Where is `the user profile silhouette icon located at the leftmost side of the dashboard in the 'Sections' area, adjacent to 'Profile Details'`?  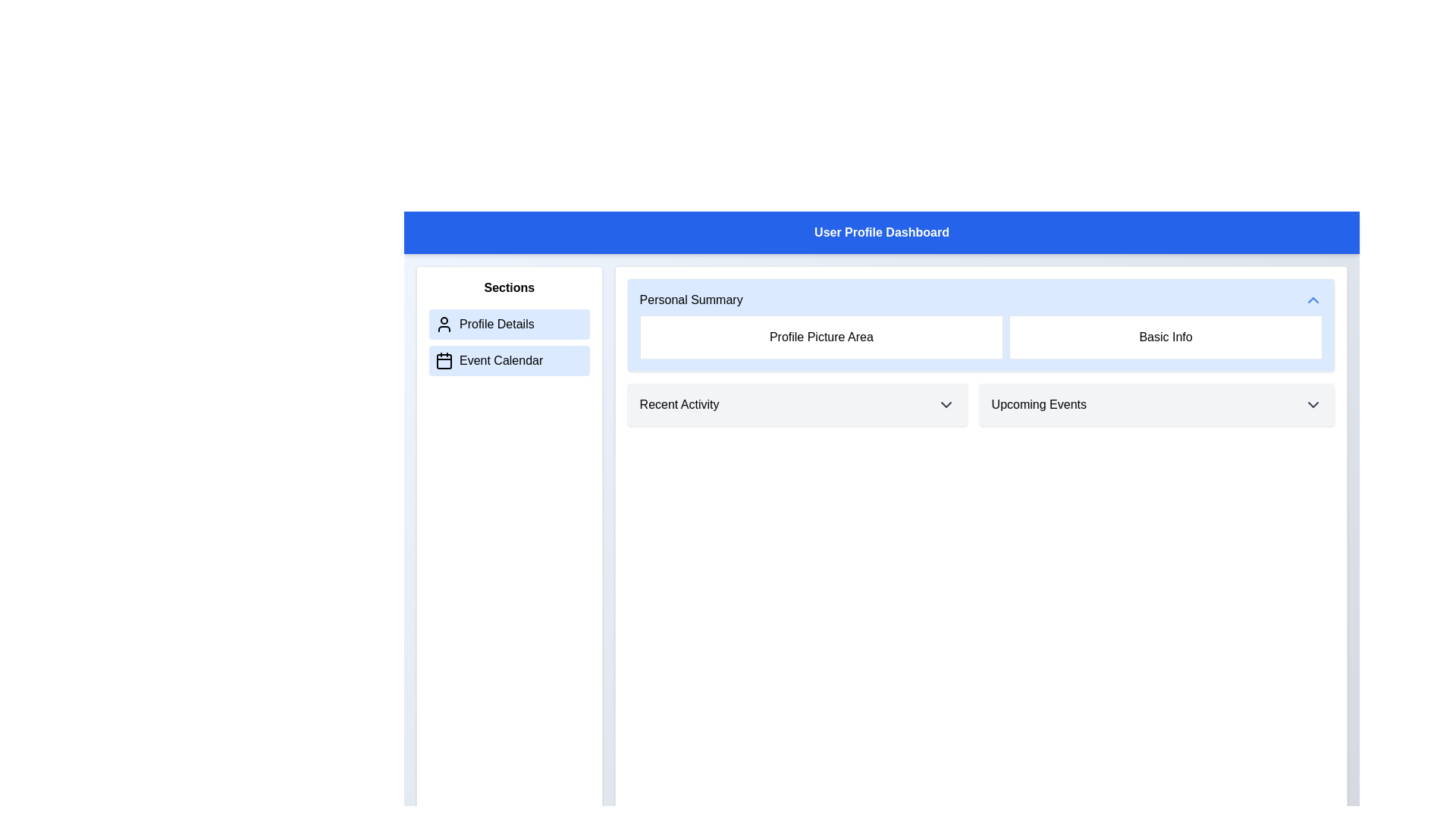 the user profile silhouette icon located at the leftmost side of the dashboard in the 'Sections' area, adjacent to 'Profile Details' is located at coordinates (443, 324).